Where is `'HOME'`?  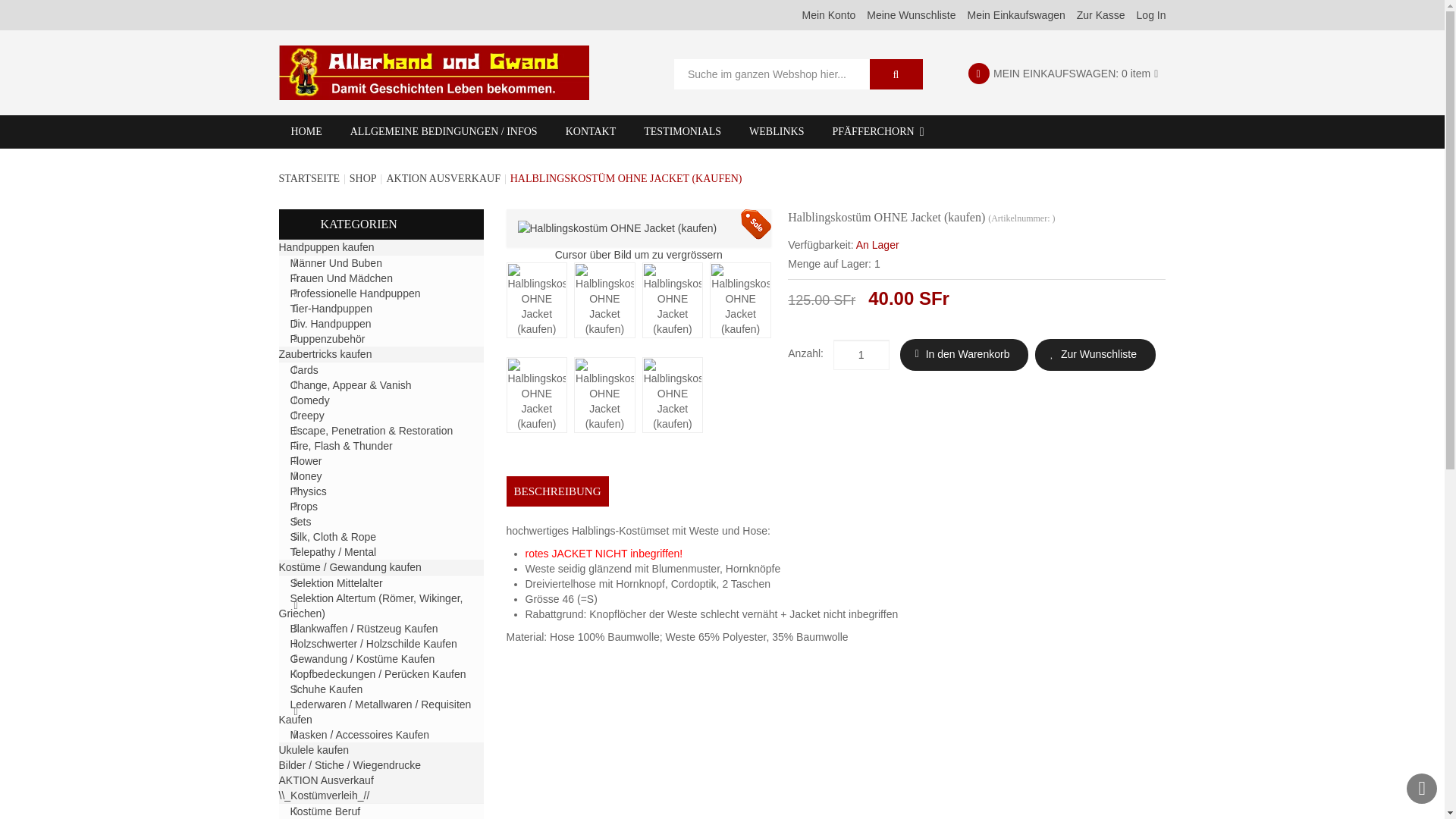
'HOME' is located at coordinates (306, 130).